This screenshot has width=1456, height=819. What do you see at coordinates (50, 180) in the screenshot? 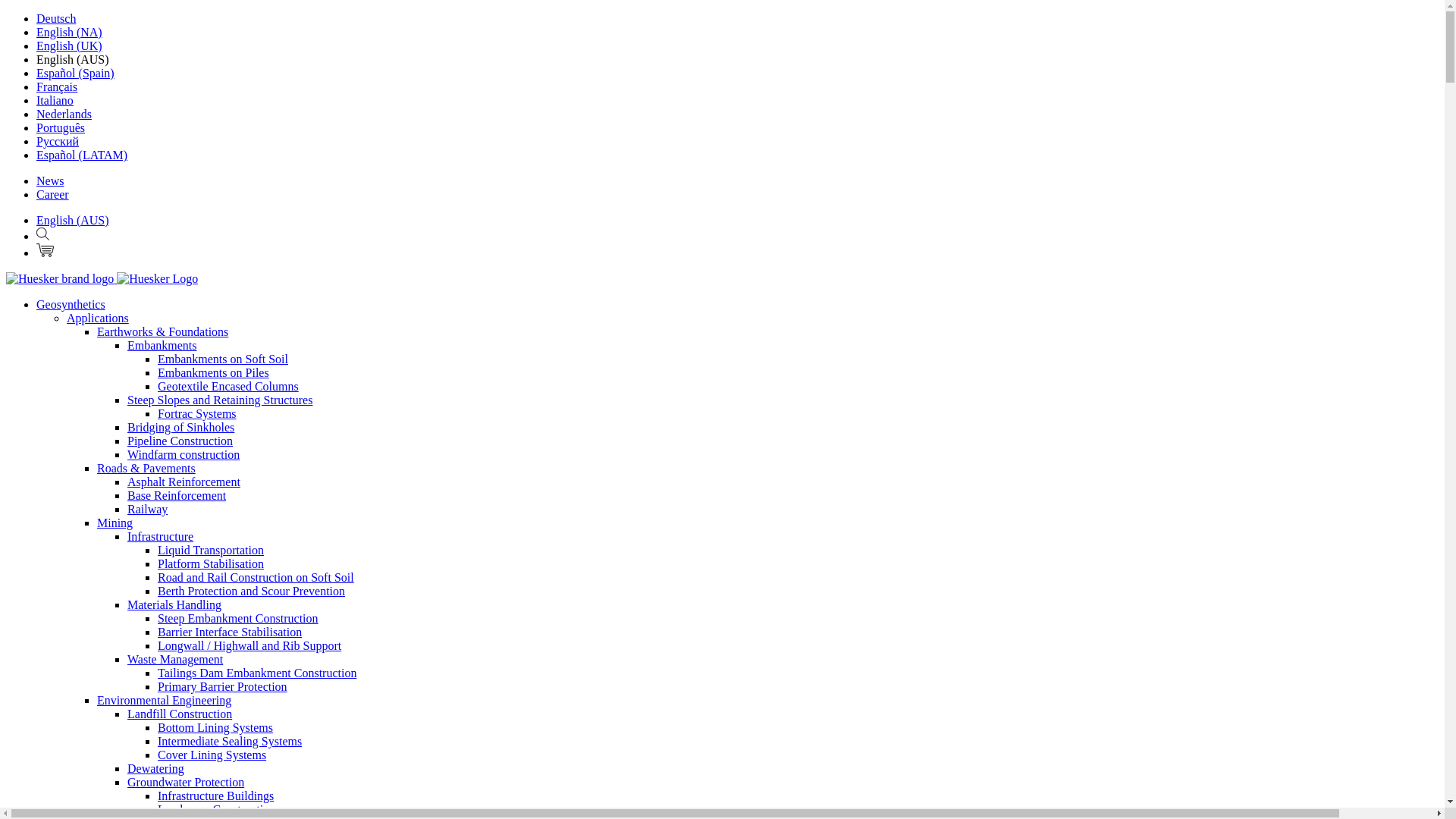
I see `'News'` at bounding box center [50, 180].